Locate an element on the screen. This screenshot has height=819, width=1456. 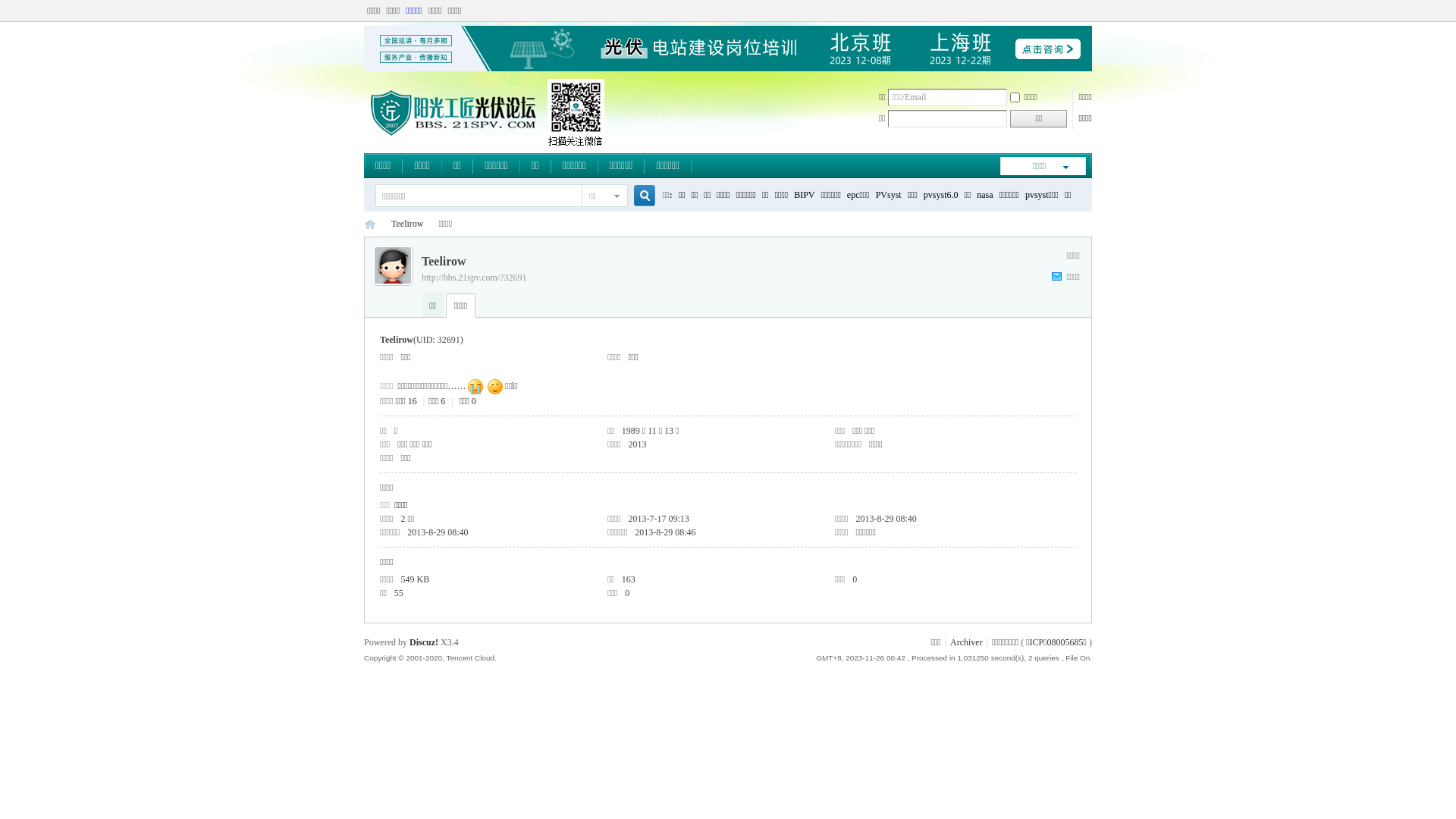
'PVsyst' is located at coordinates (888, 194).